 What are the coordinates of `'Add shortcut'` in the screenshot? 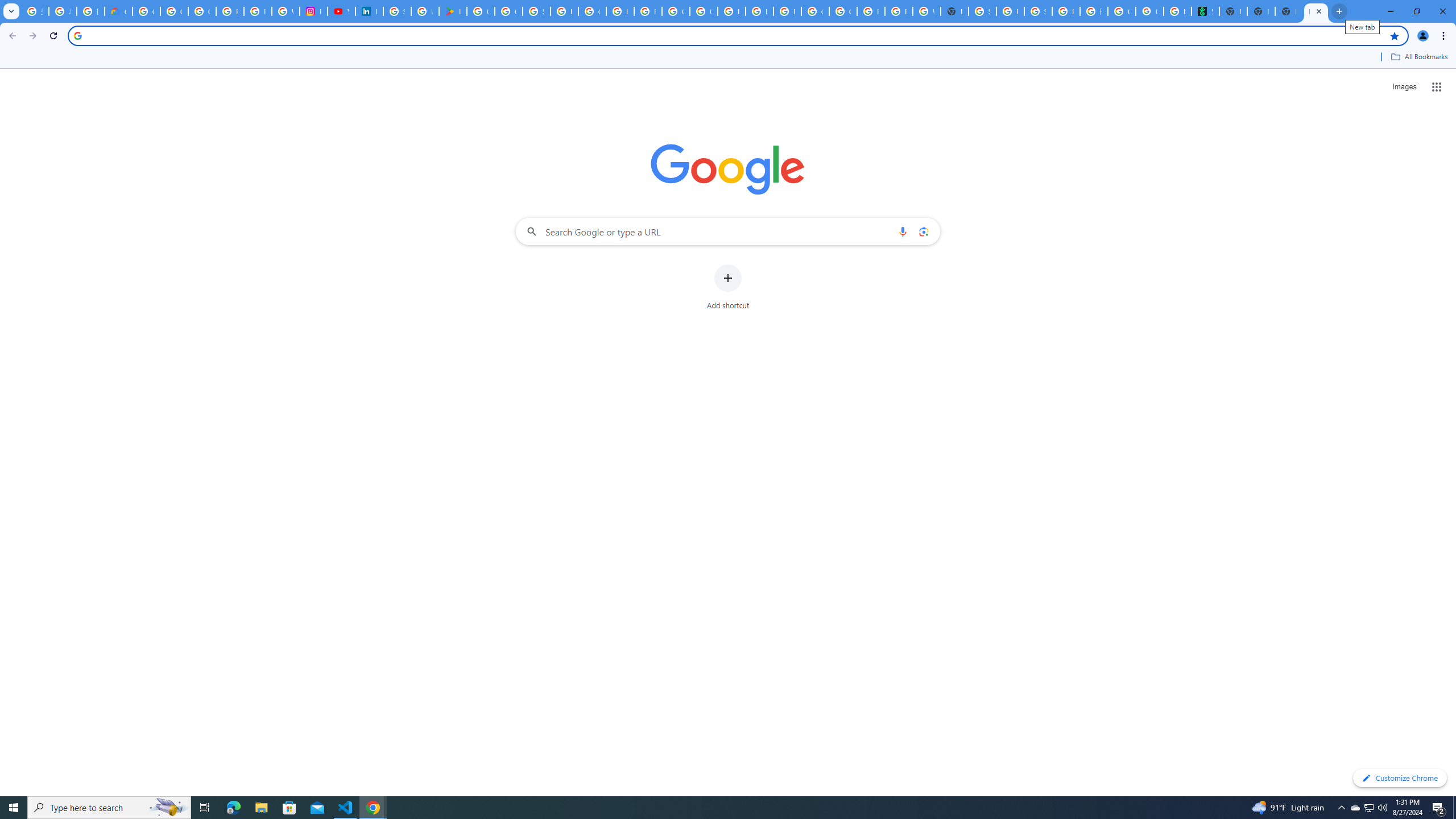 It's located at (728, 287).